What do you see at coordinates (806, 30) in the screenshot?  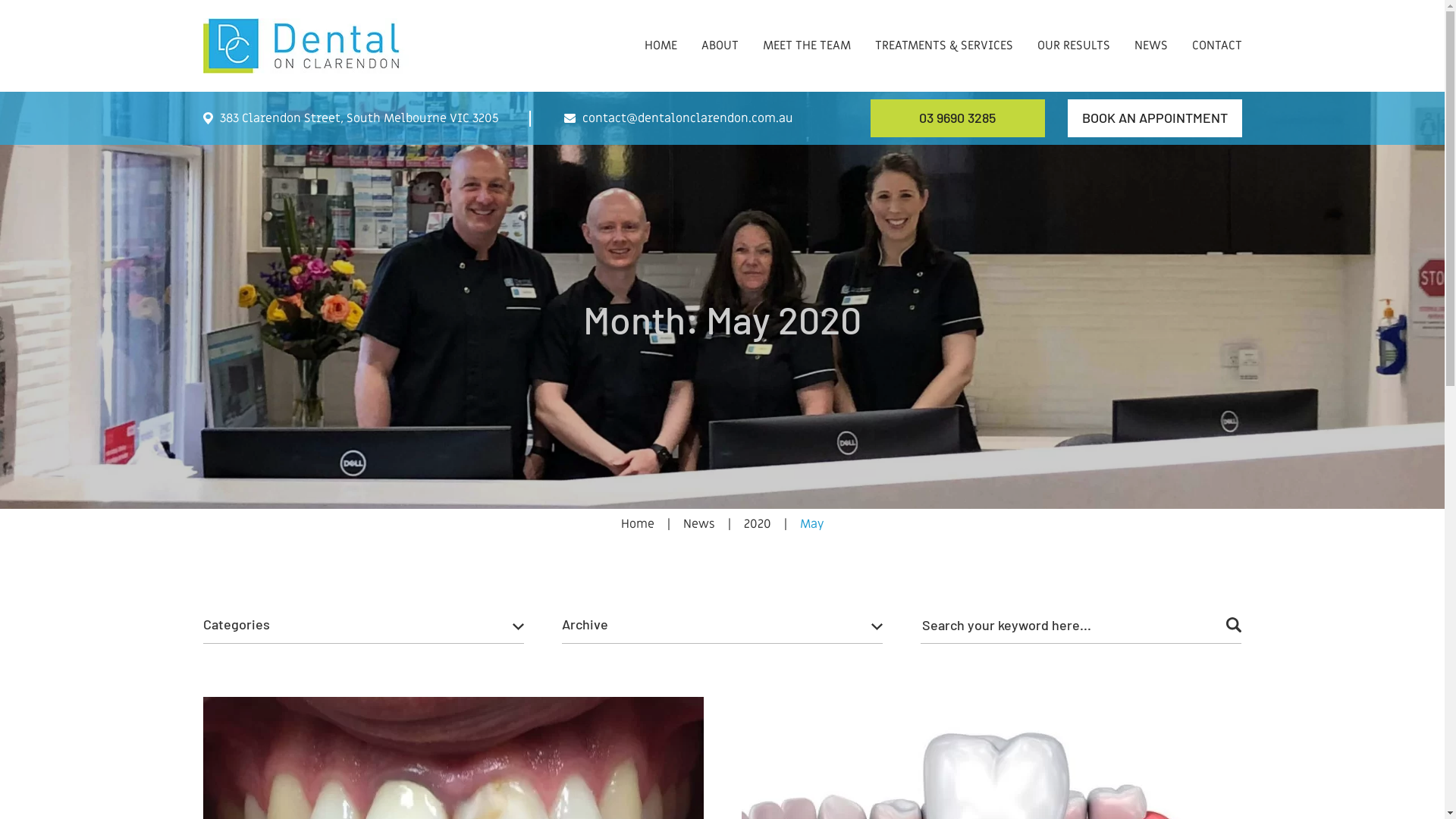 I see `'MEET THE TEAM'` at bounding box center [806, 30].